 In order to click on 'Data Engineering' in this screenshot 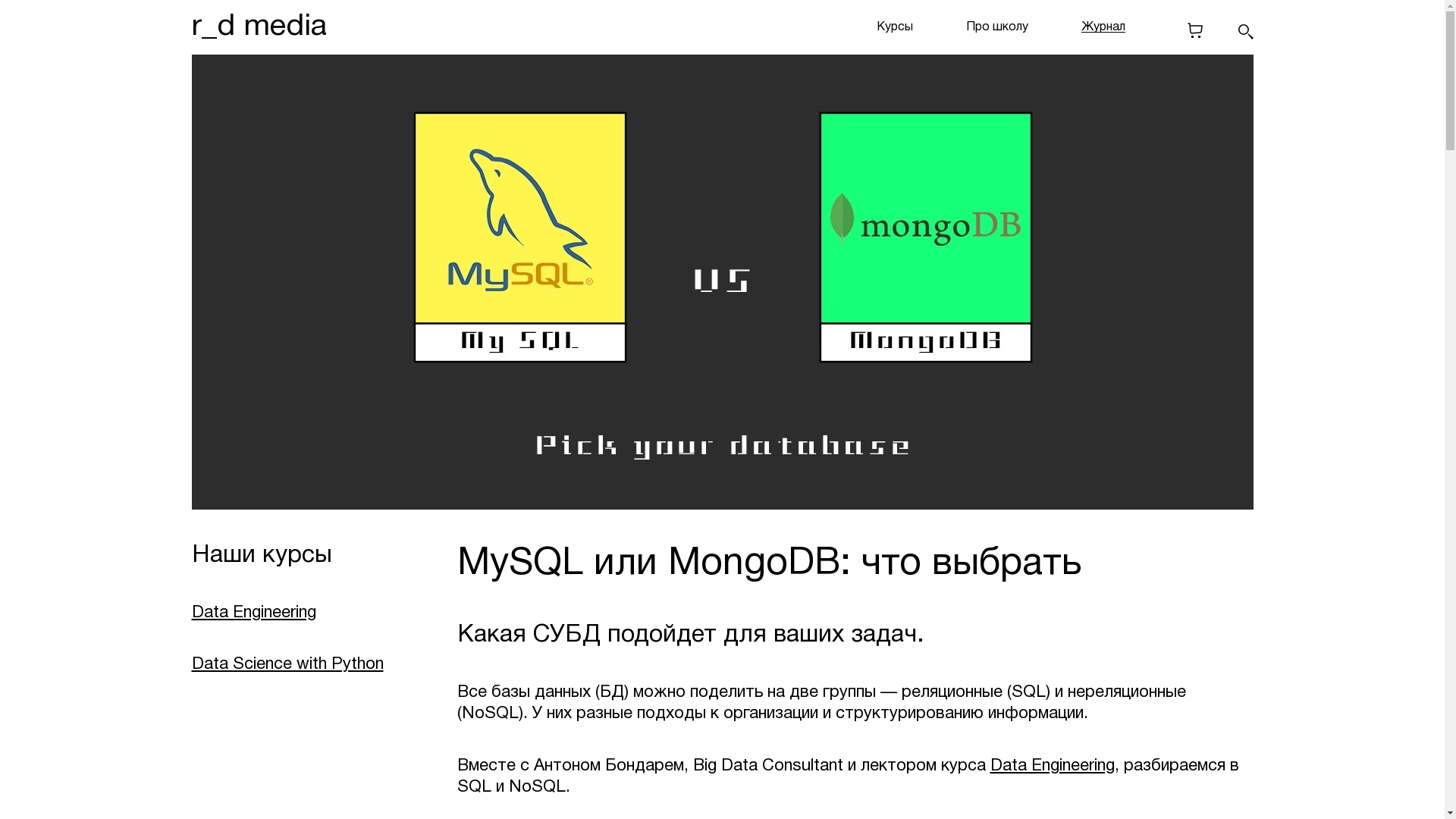, I will do `click(990, 766)`.